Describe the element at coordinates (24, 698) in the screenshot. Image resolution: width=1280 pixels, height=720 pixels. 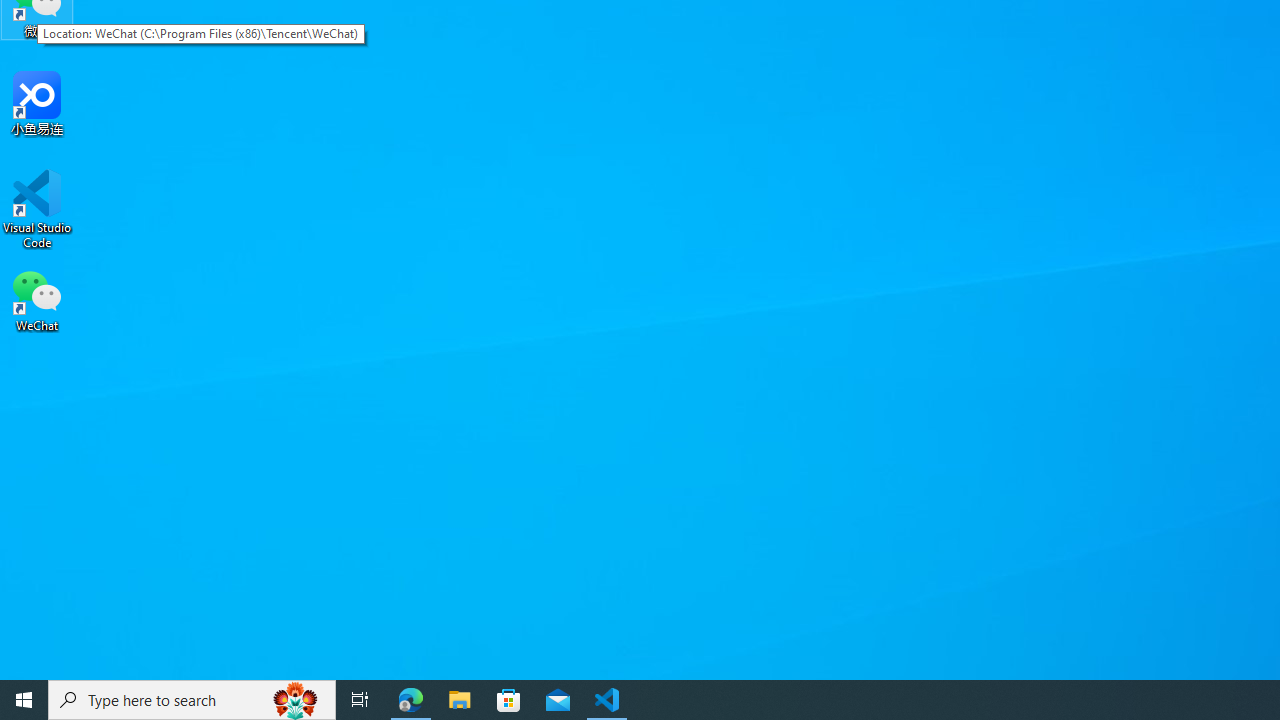
I see `'Start'` at that location.